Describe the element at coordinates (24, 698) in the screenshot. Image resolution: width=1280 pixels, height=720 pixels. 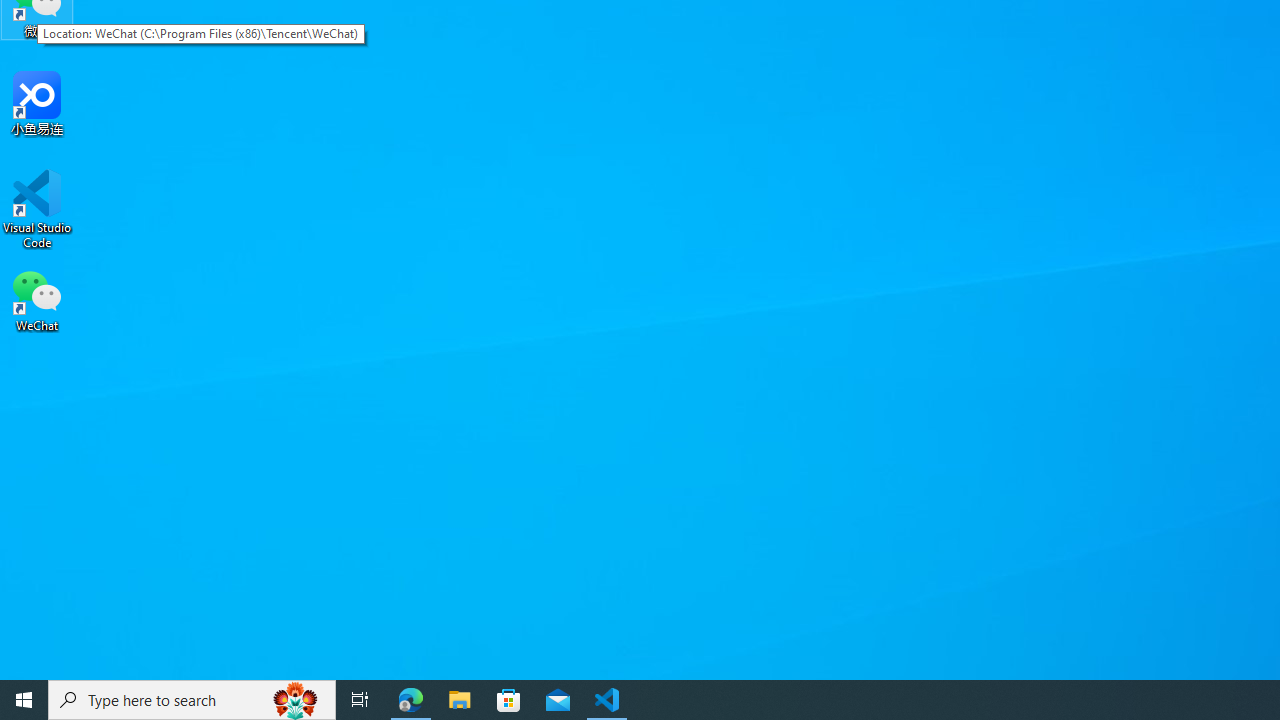
I see `'Start'` at that location.